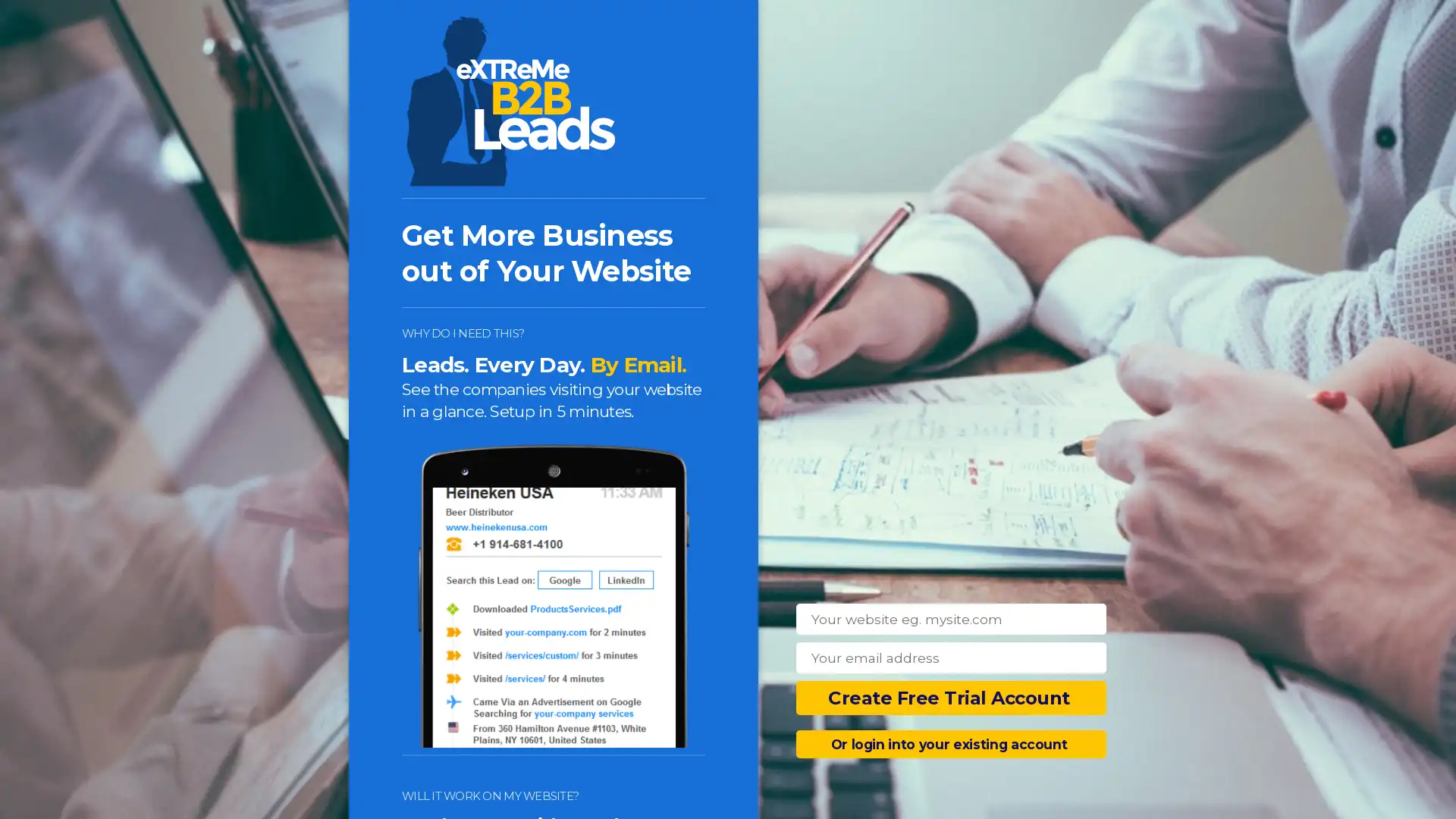 This screenshot has width=1456, height=819. What do you see at coordinates (950, 743) in the screenshot?
I see `Or login into your existing account` at bounding box center [950, 743].